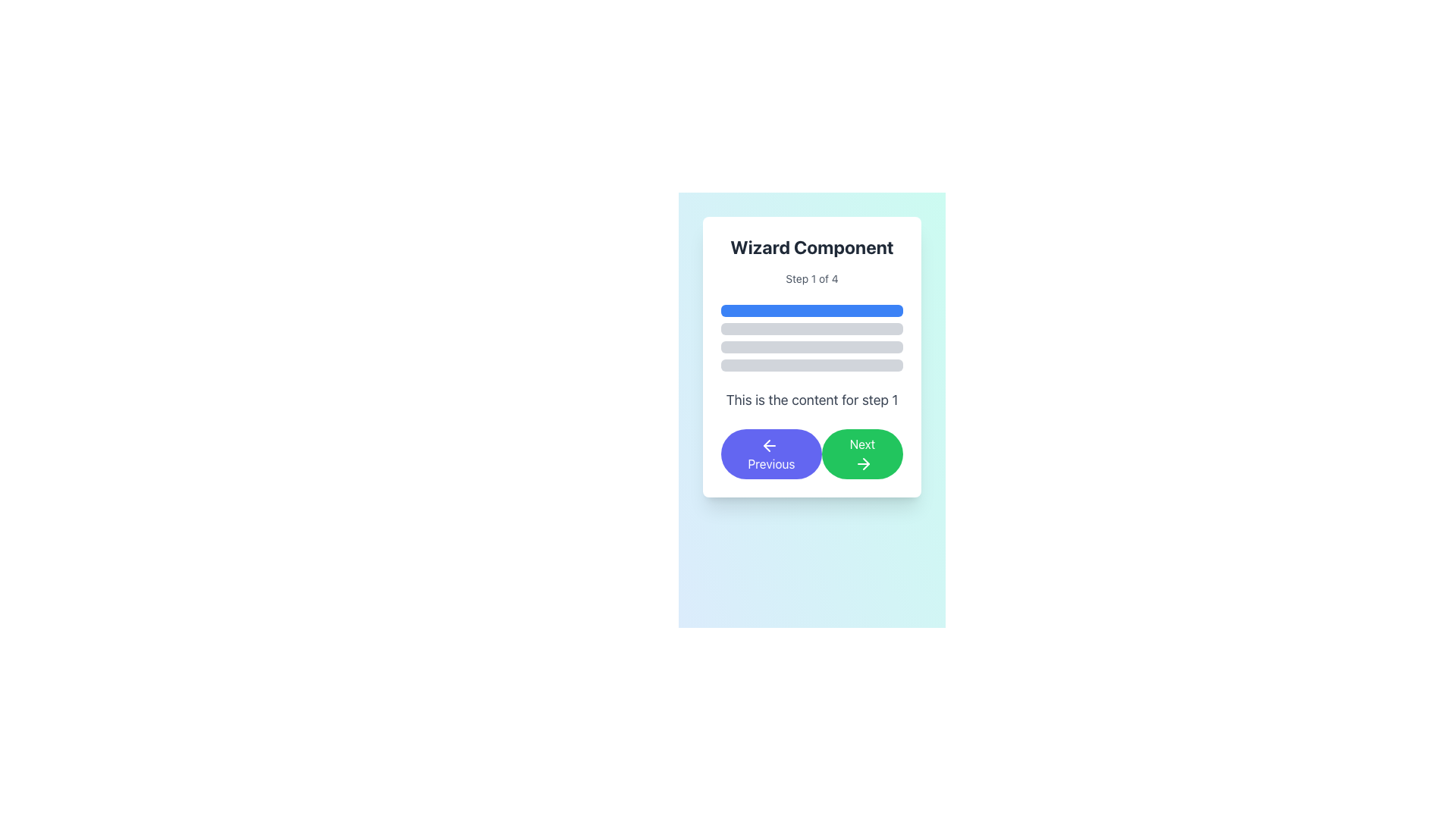 The width and height of the screenshot is (1456, 819). I want to click on the arrow icon embedded inside the 'Previous' button, which is located at the bottom of the card layout and indicates navigation to the previous step, so click(767, 444).